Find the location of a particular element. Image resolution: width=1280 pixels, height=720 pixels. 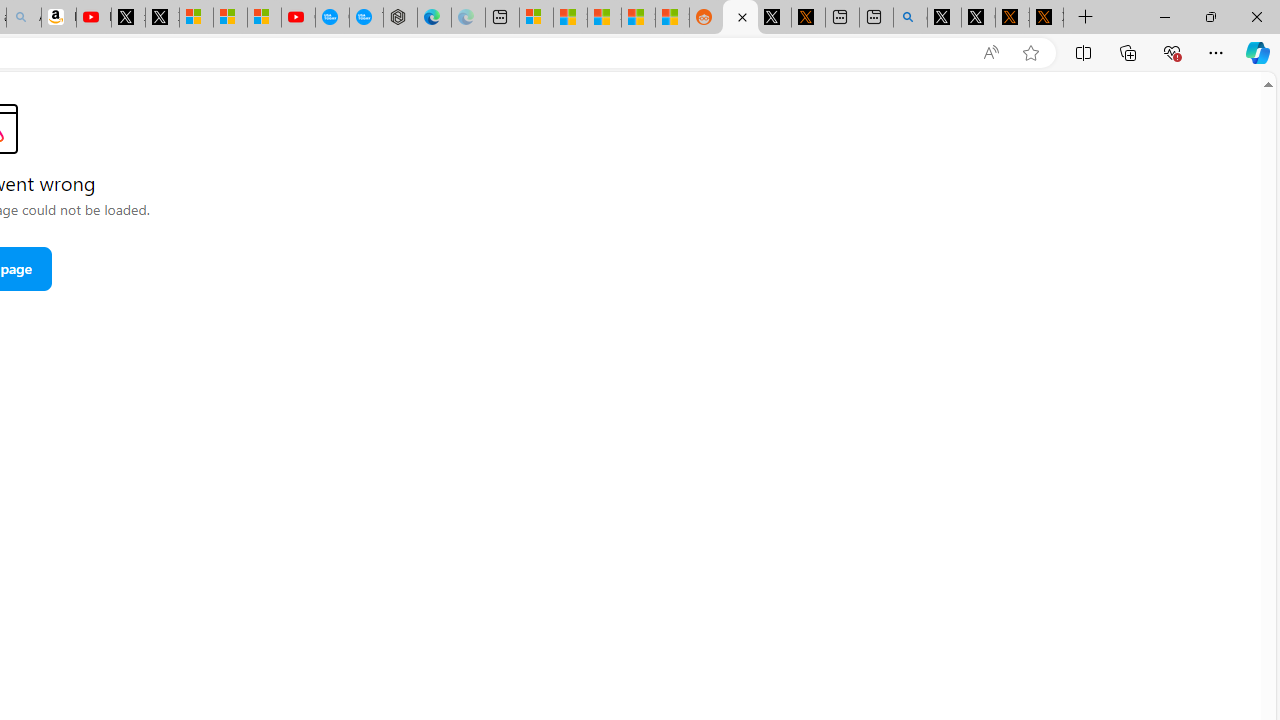

'github - Search' is located at coordinates (909, 17).